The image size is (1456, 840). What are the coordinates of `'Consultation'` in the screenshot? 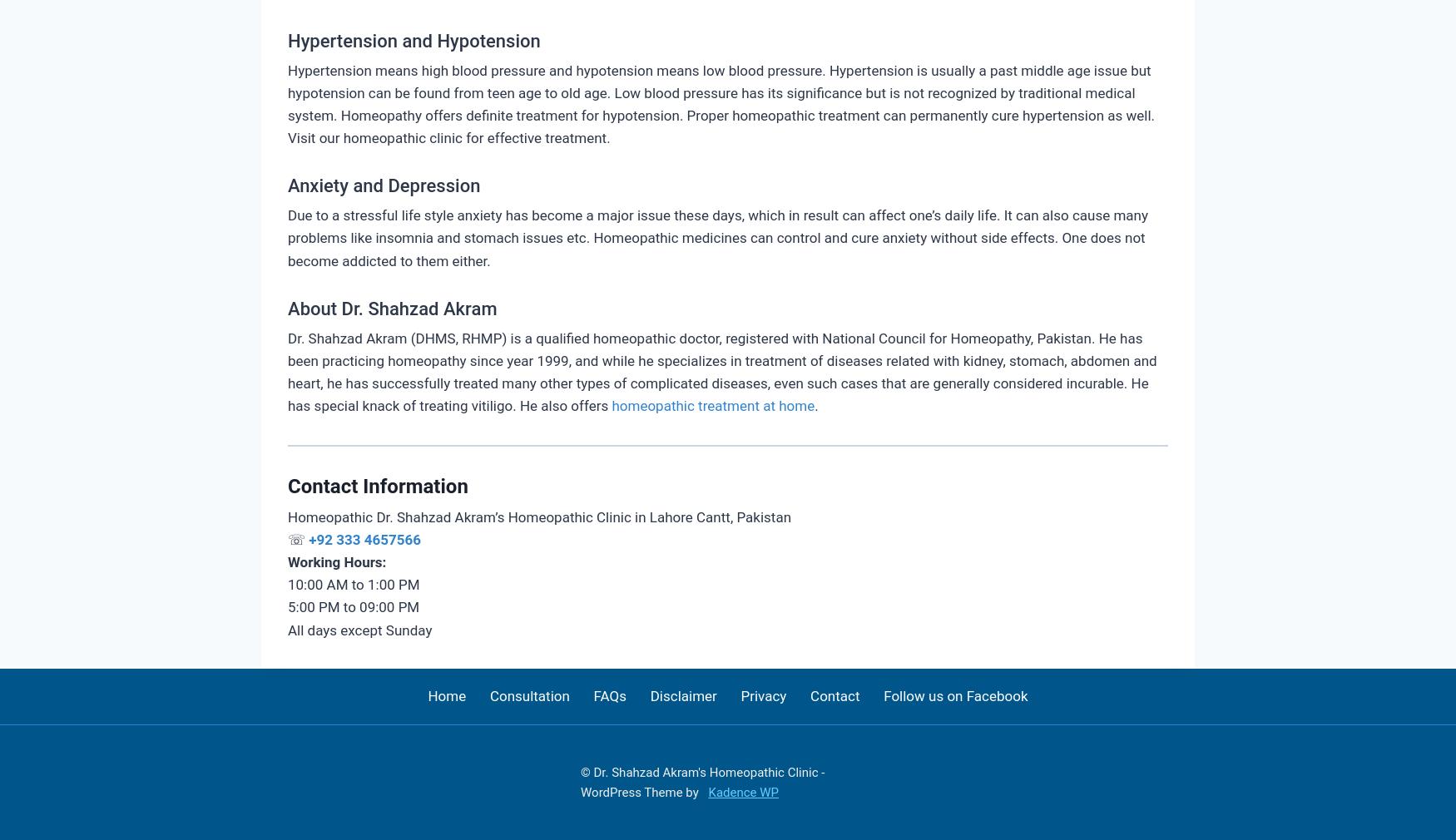 It's located at (489, 694).